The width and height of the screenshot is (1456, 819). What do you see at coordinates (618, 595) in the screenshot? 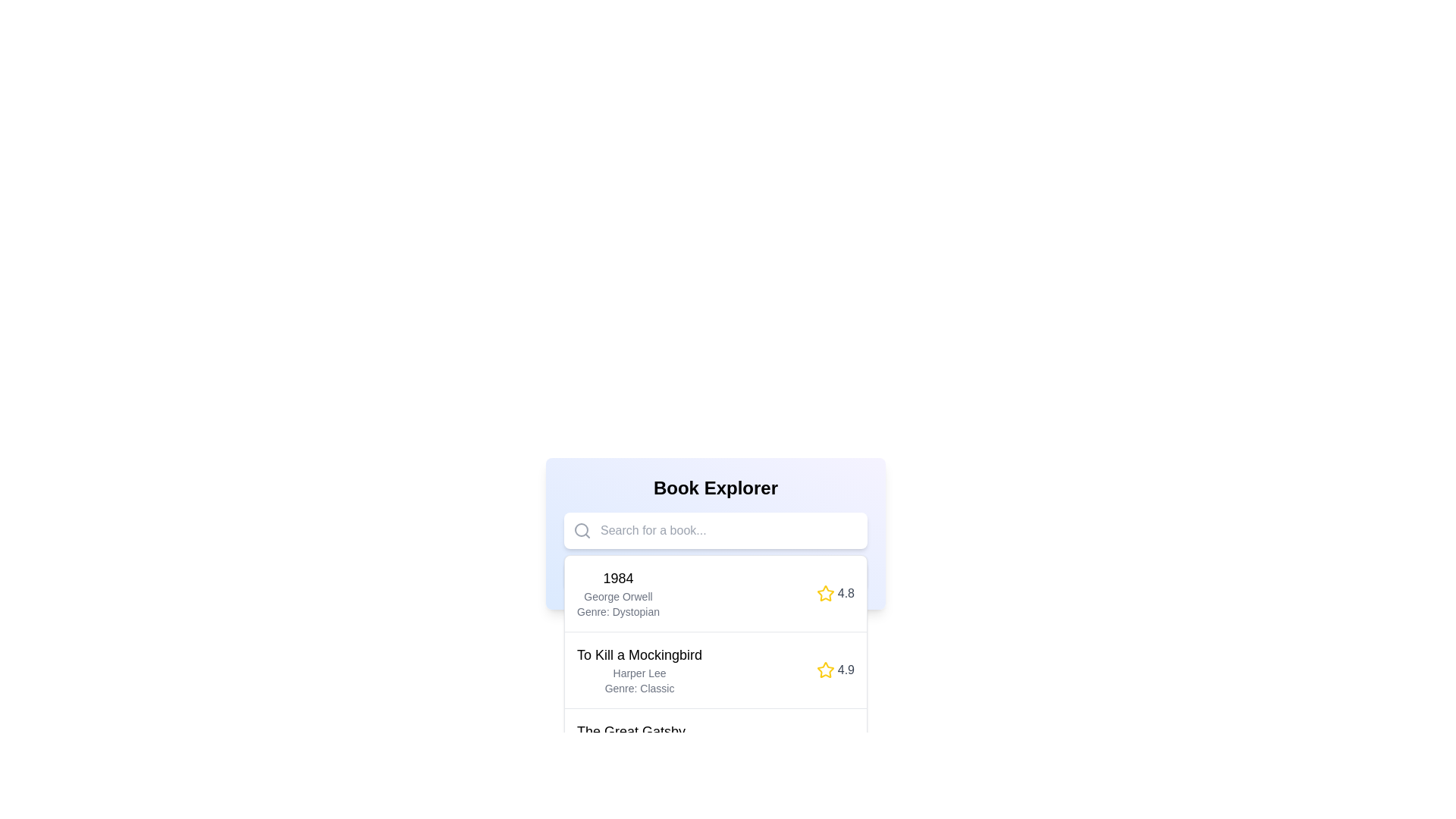
I see `author information text label located below the title '1984' and above the genre description 'Genre: Dystopian'` at bounding box center [618, 595].